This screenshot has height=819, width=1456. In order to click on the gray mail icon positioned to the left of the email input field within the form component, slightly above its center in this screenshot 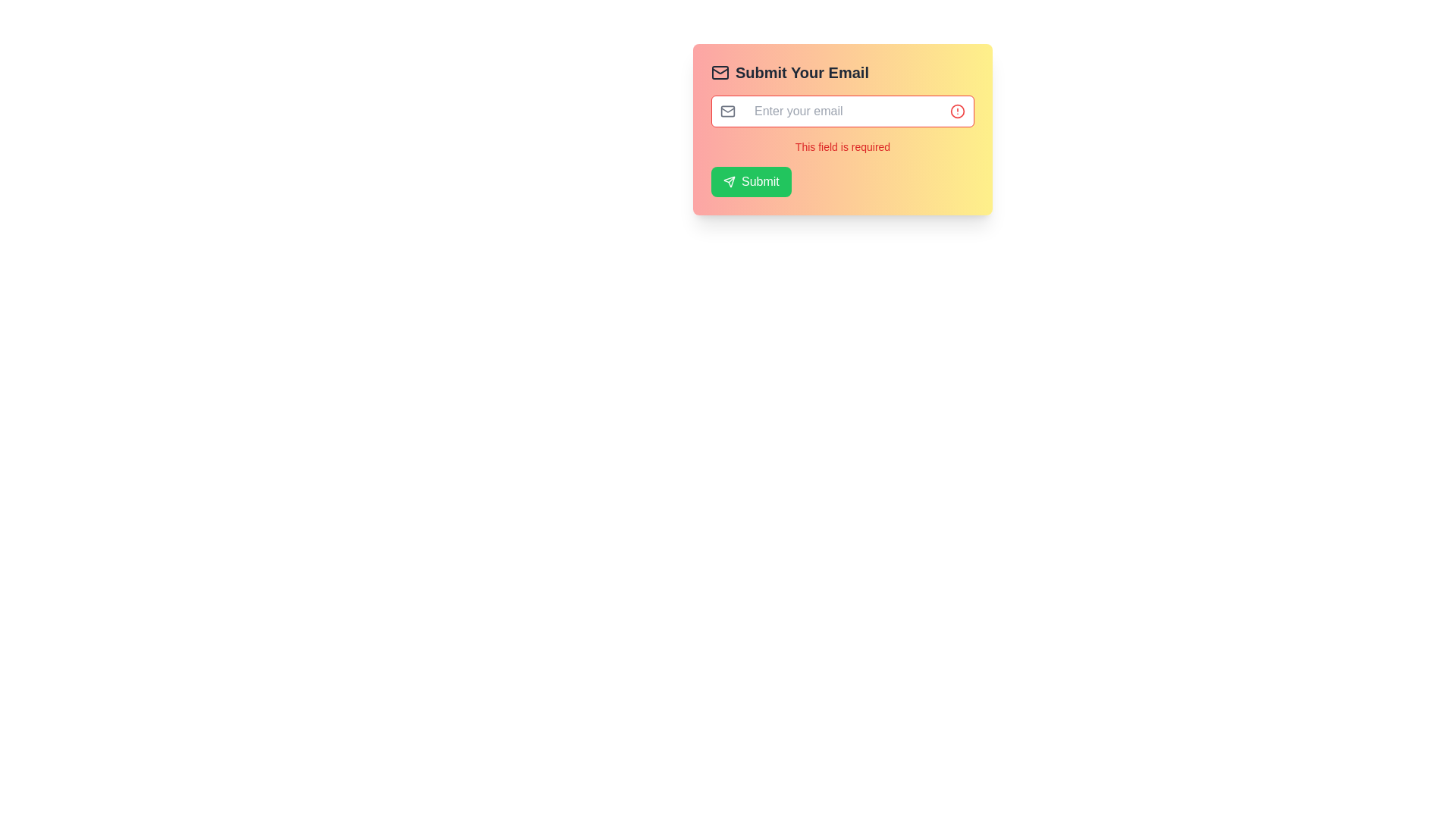, I will do `click(728, 110)`.